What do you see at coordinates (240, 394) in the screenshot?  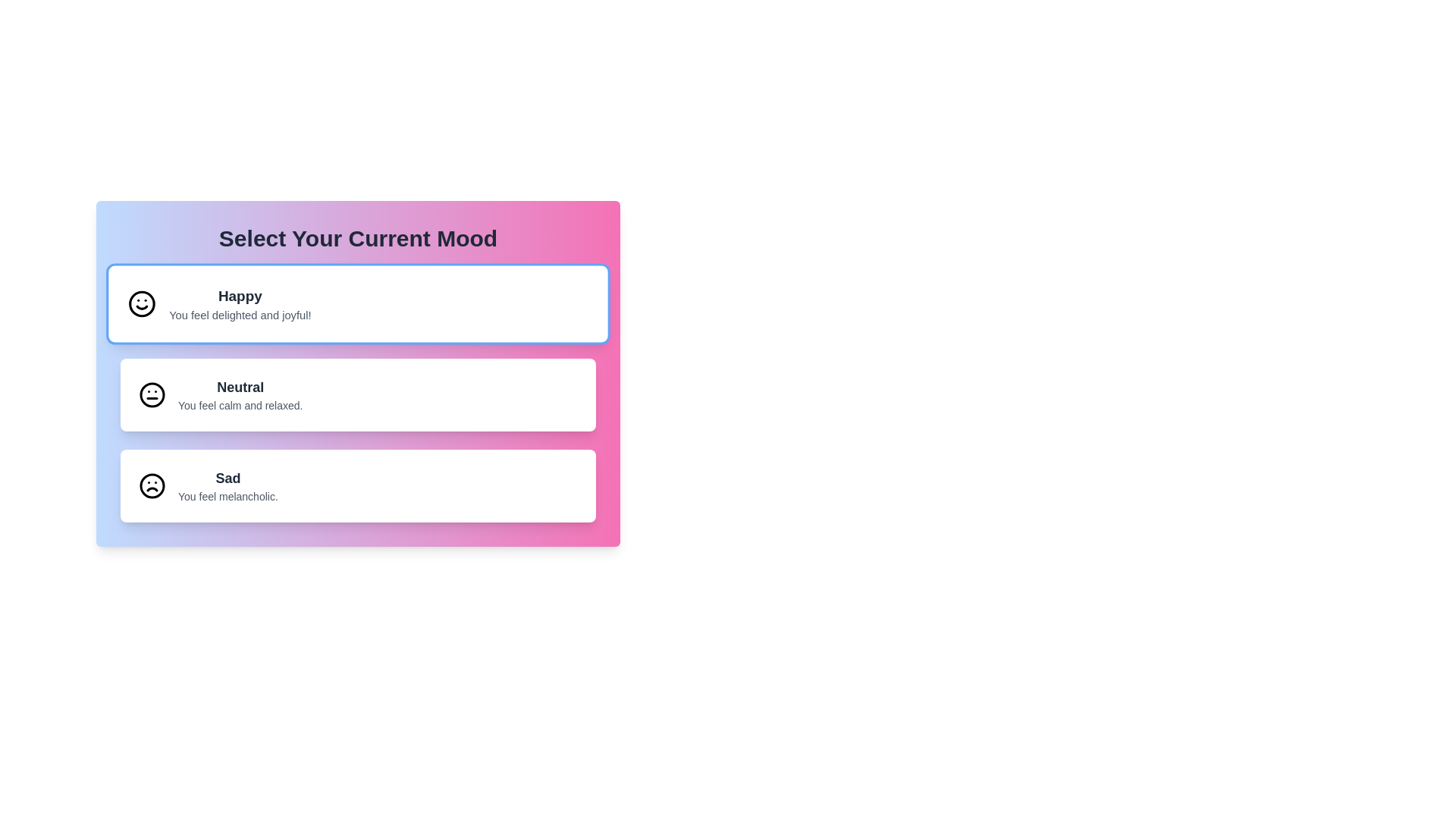 I see `the 'Neutral' text block, which features bold, dark font text saying 'Neutral' and a smaller, lighter gray font text saying 'You feel calm and relaxed.' This element is the second option in a vertical list of mood options` at bounding box center [240, 394].